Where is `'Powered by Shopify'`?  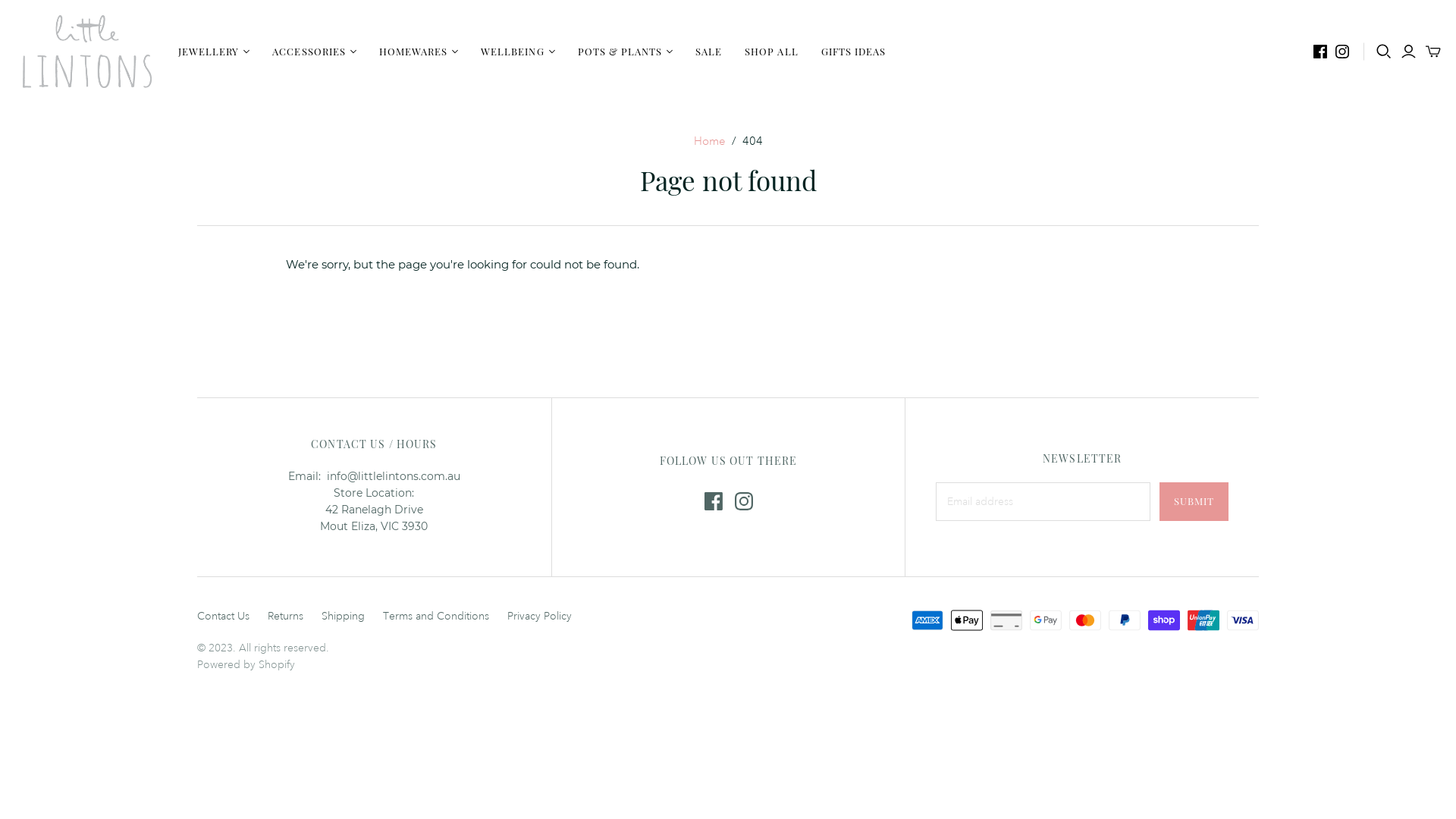
'Powered by Shopify' is located at coordinates (196, 663).